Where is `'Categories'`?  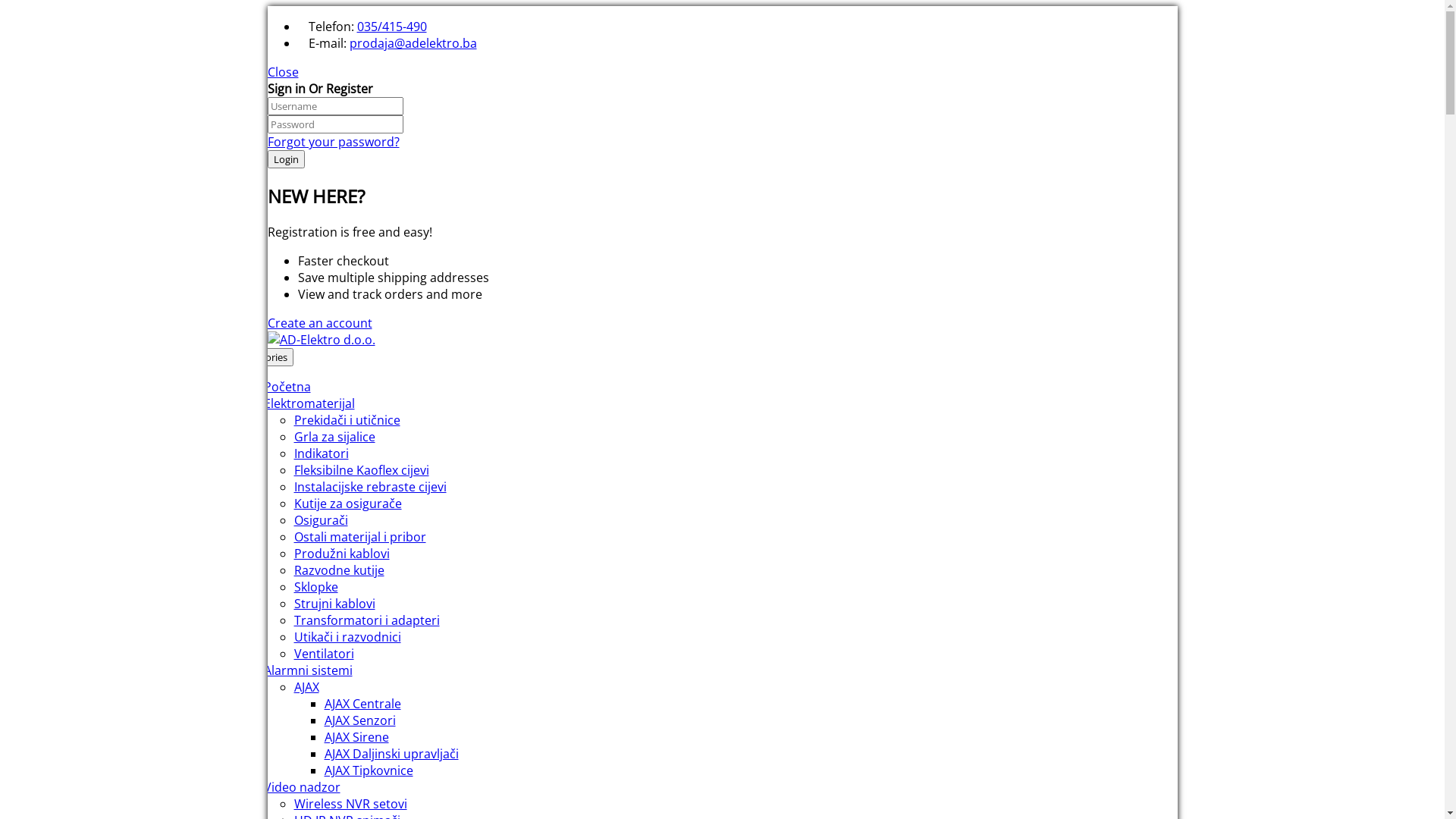 'Categories' is located at coordinates (263, 356).